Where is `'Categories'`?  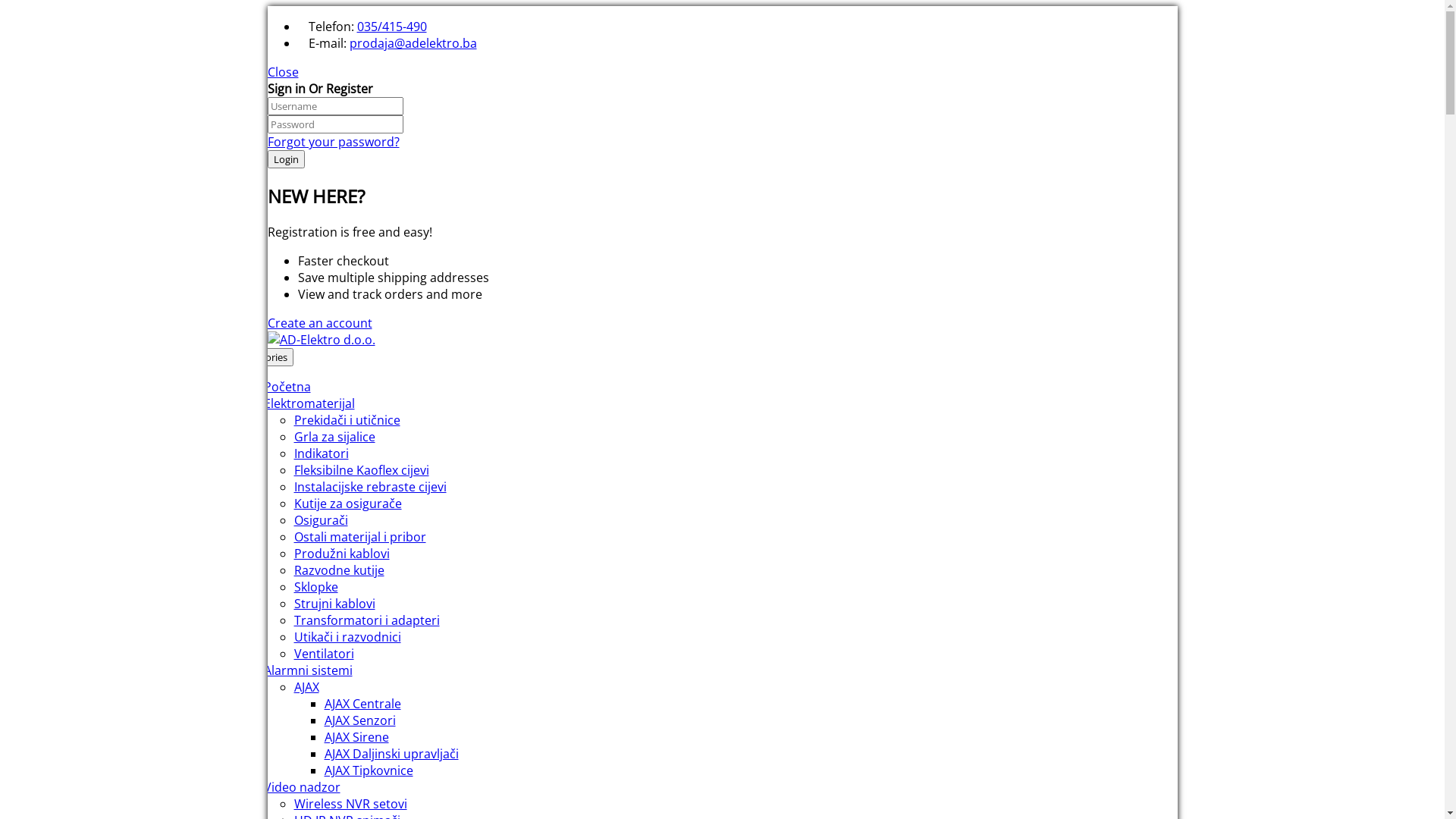 'Categories' is located at coordinates (263, 356).